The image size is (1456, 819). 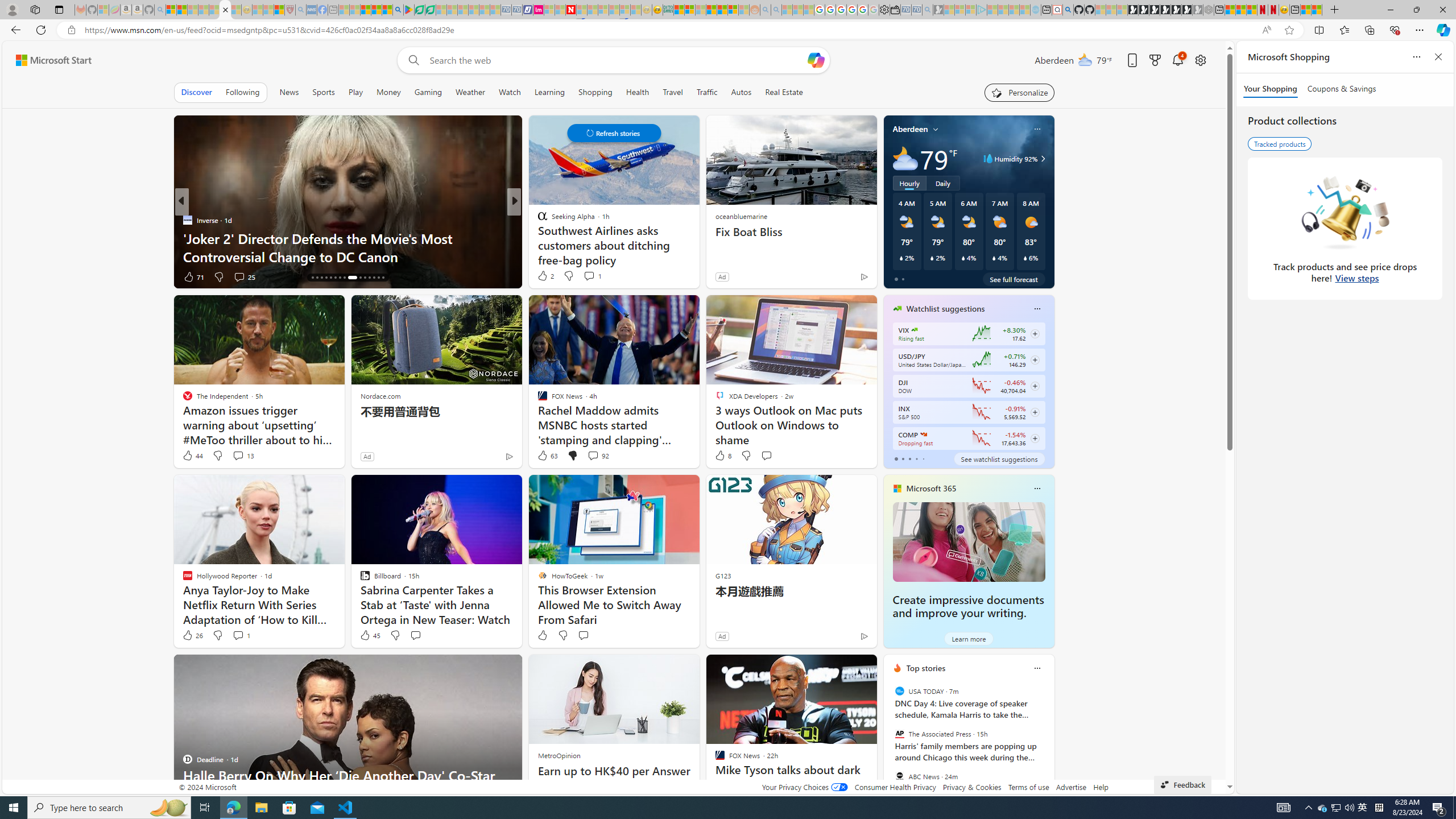 What do you see at coordinates (591, 455) in the screenshot?
I see `'View comments 92 Comment'` at bounding box center [591, 455].